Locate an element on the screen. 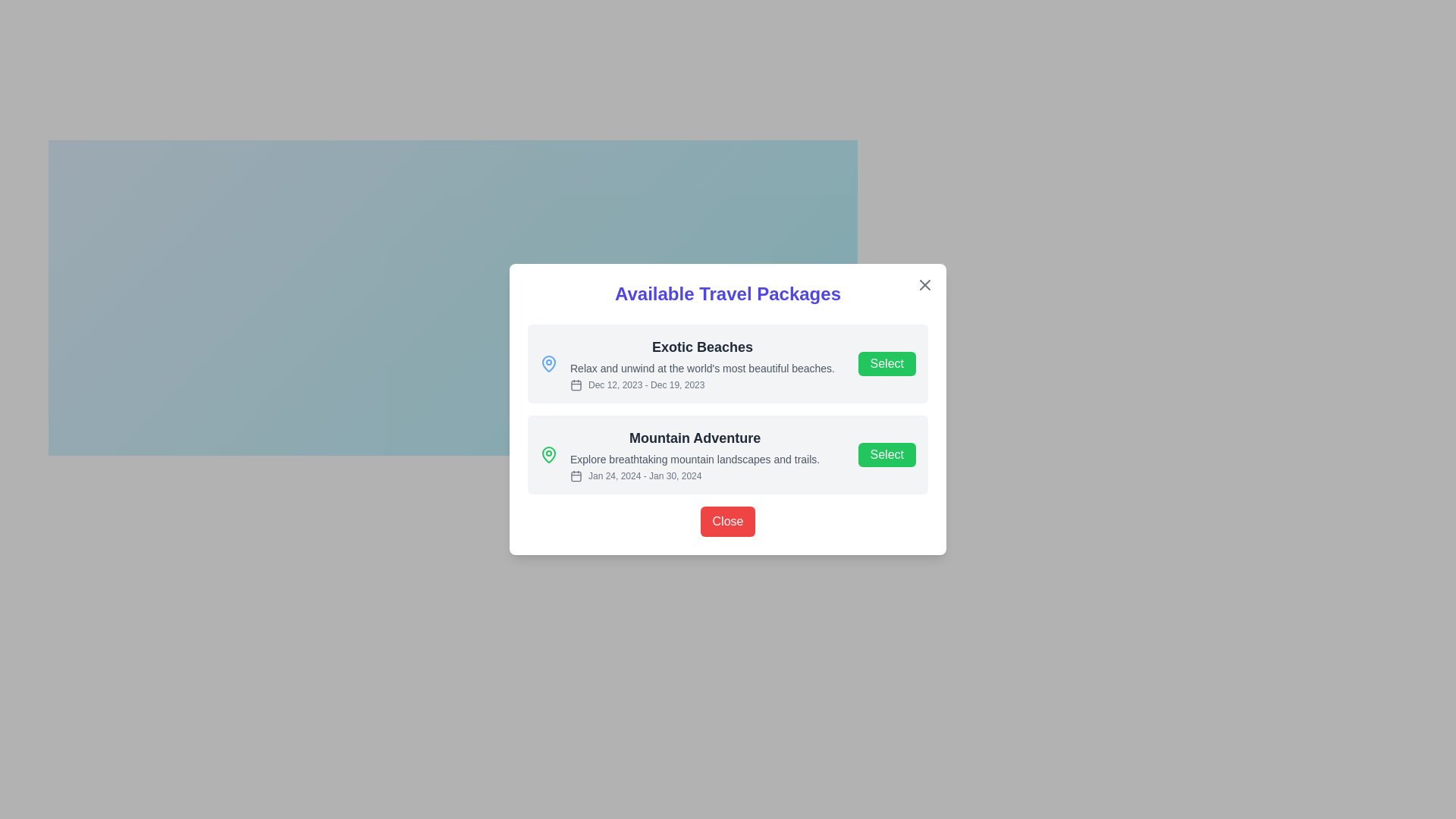  the text label indicating the date range for the travel package 'Exotic Beaches', which is positioned below the description text and to the right of the calendar icon is located at coordinates (701, 384).